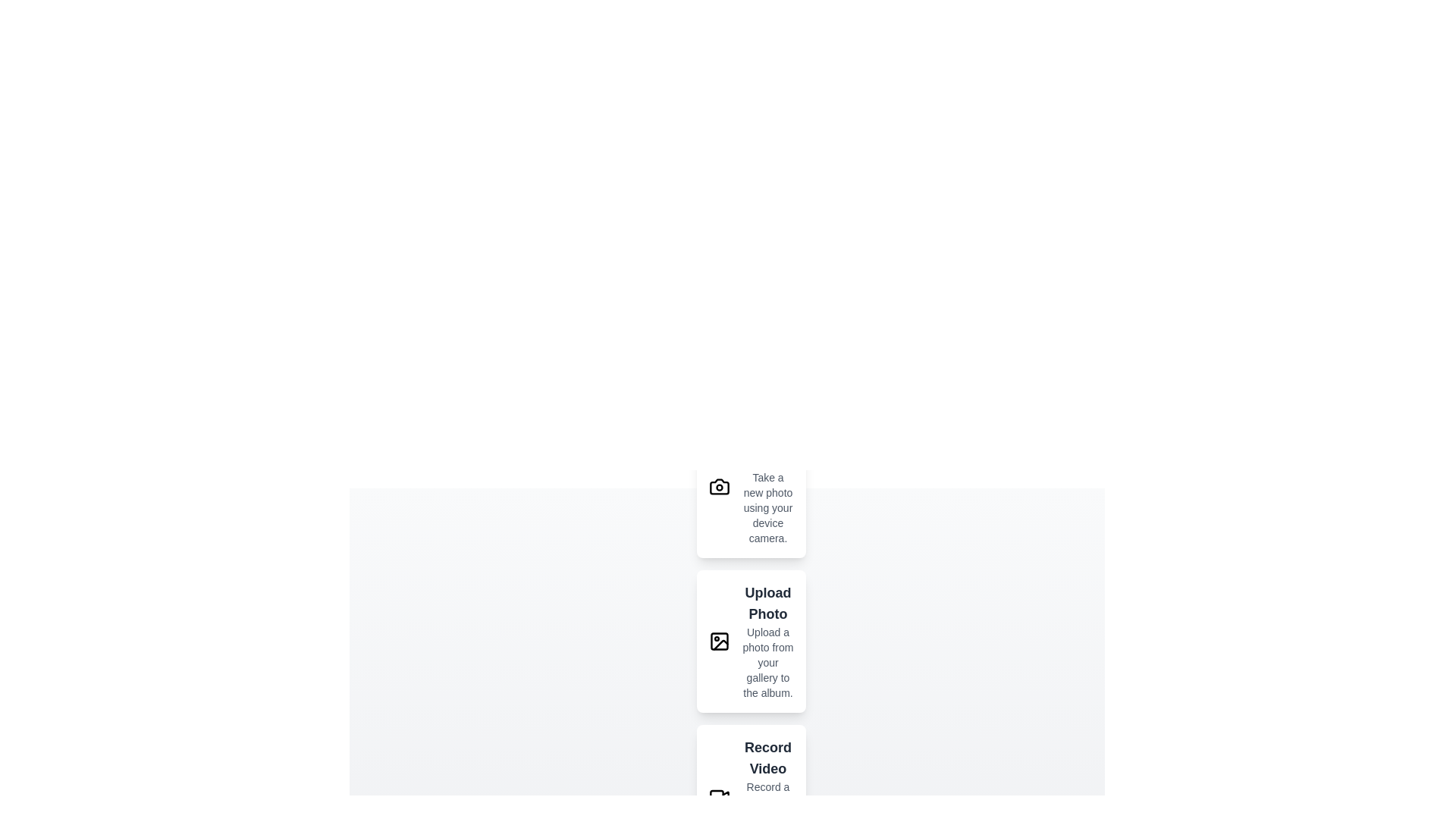 The width and height of the screenshot is (1456, 819). What do you see at coordinates (751, 486) in the screenshot?
I see `the action described by Capture Photo` at bounding box center [751, 486].